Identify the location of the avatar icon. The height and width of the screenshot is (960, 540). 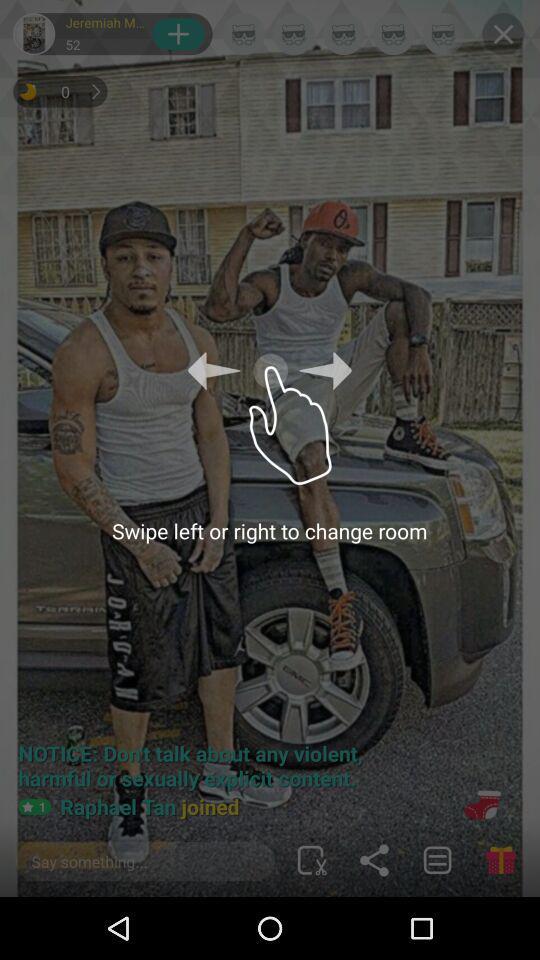
(33, 33).